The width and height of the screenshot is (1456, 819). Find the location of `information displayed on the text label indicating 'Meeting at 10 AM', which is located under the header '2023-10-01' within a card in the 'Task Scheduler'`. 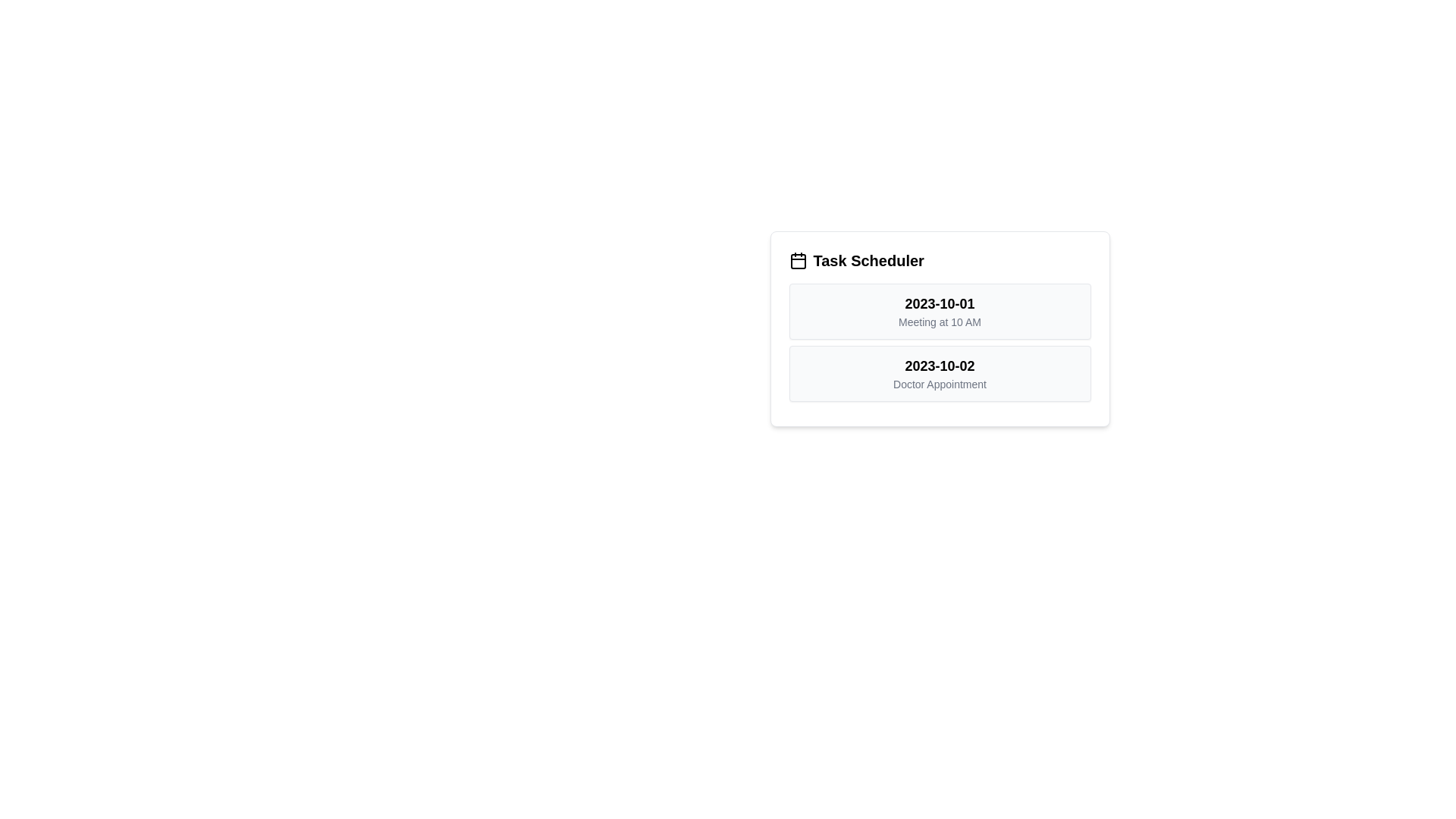

information displayed on the text label indicating 'Meeting at 10 AM', which is located under the header '2023-10-01' within a card in the 'Task Scheduler' is located at coordinates (939, 321).